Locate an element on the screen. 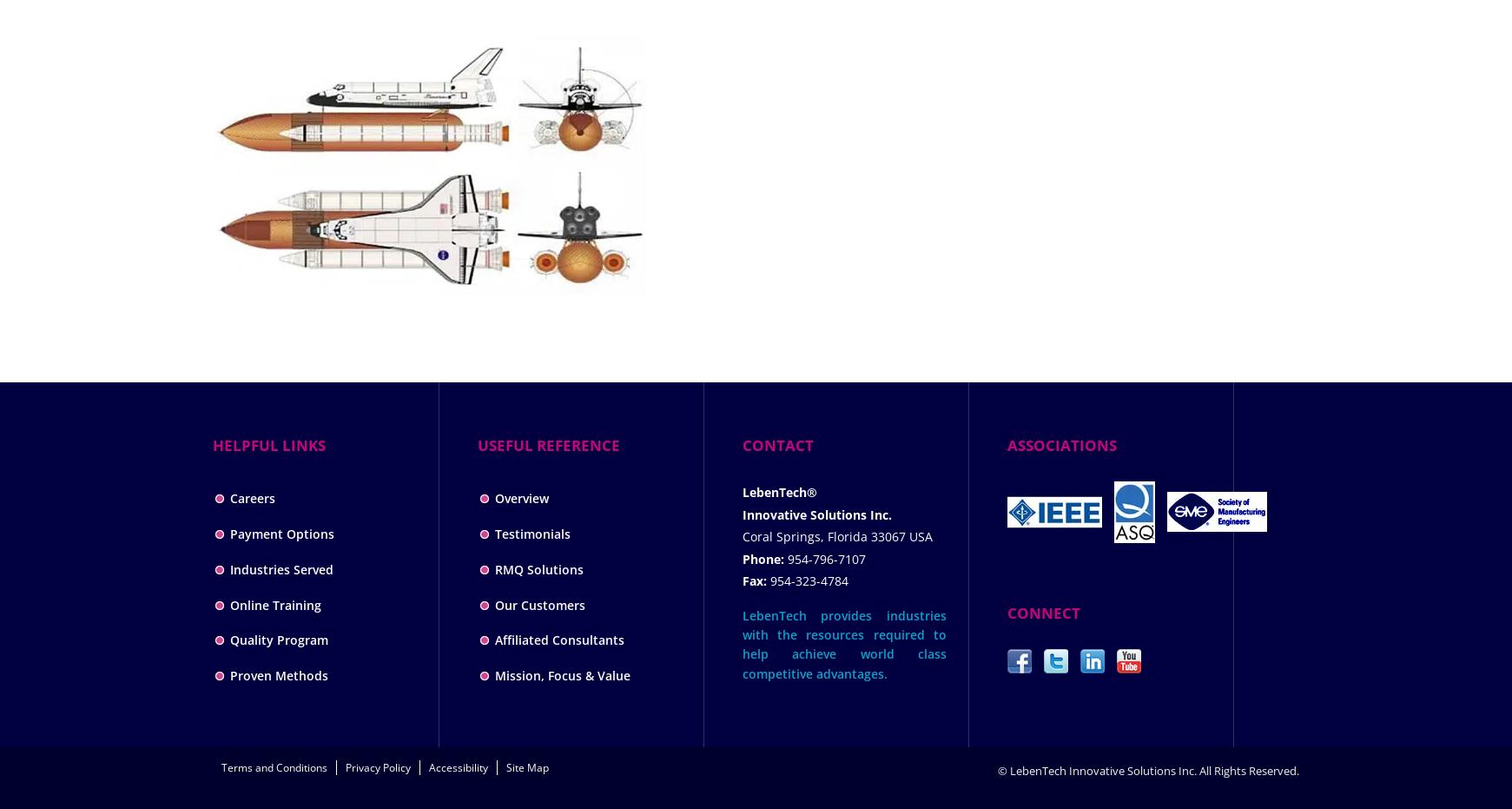  'LebenTech®' is located at coordinates (778, 491).